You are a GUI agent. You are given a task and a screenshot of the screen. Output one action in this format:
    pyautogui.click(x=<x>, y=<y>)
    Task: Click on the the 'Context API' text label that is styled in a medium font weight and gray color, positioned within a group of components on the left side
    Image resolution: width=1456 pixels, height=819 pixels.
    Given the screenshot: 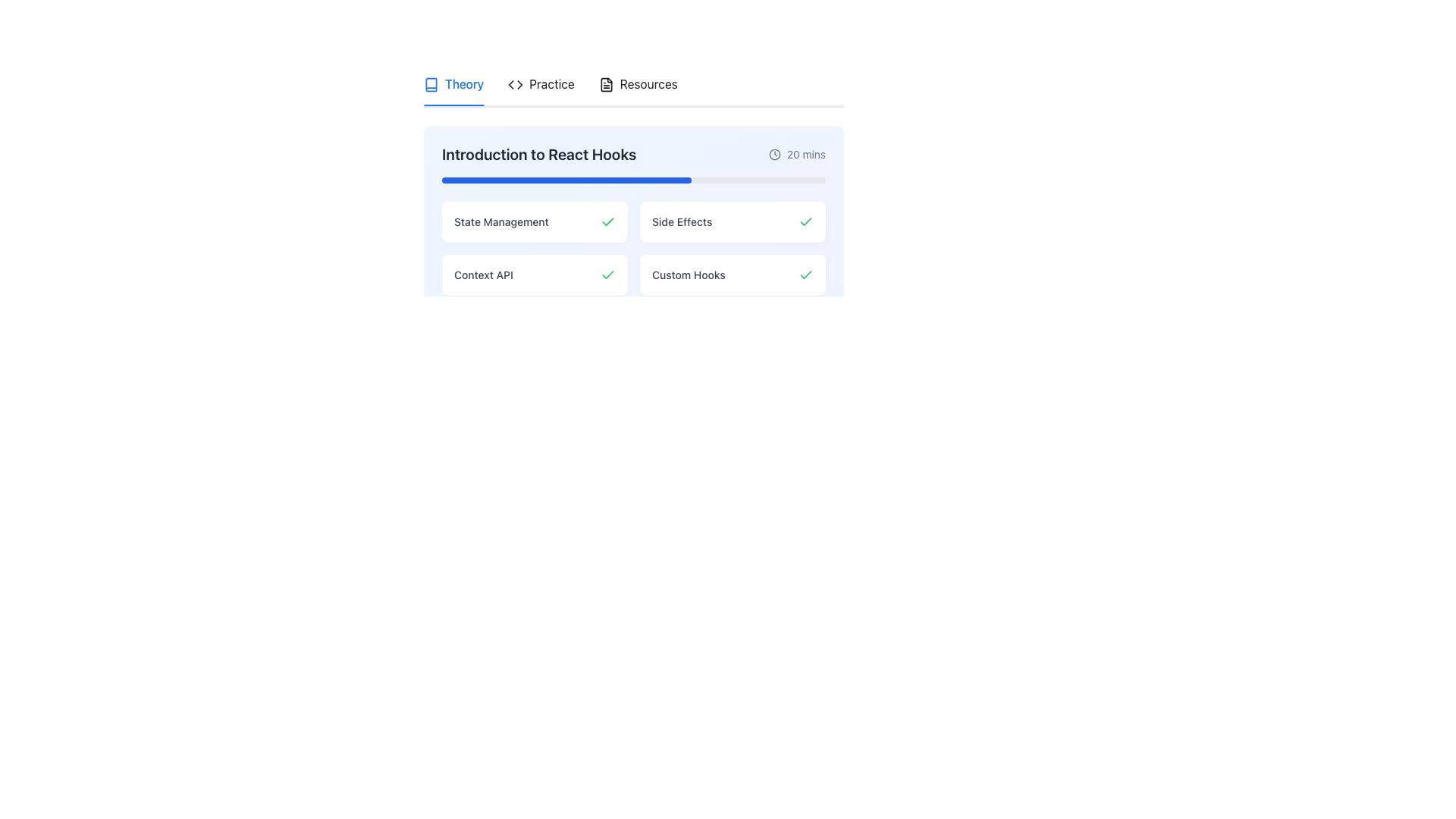 What is the action you would take?
    pyautogui.click(x=483, y=275)
    